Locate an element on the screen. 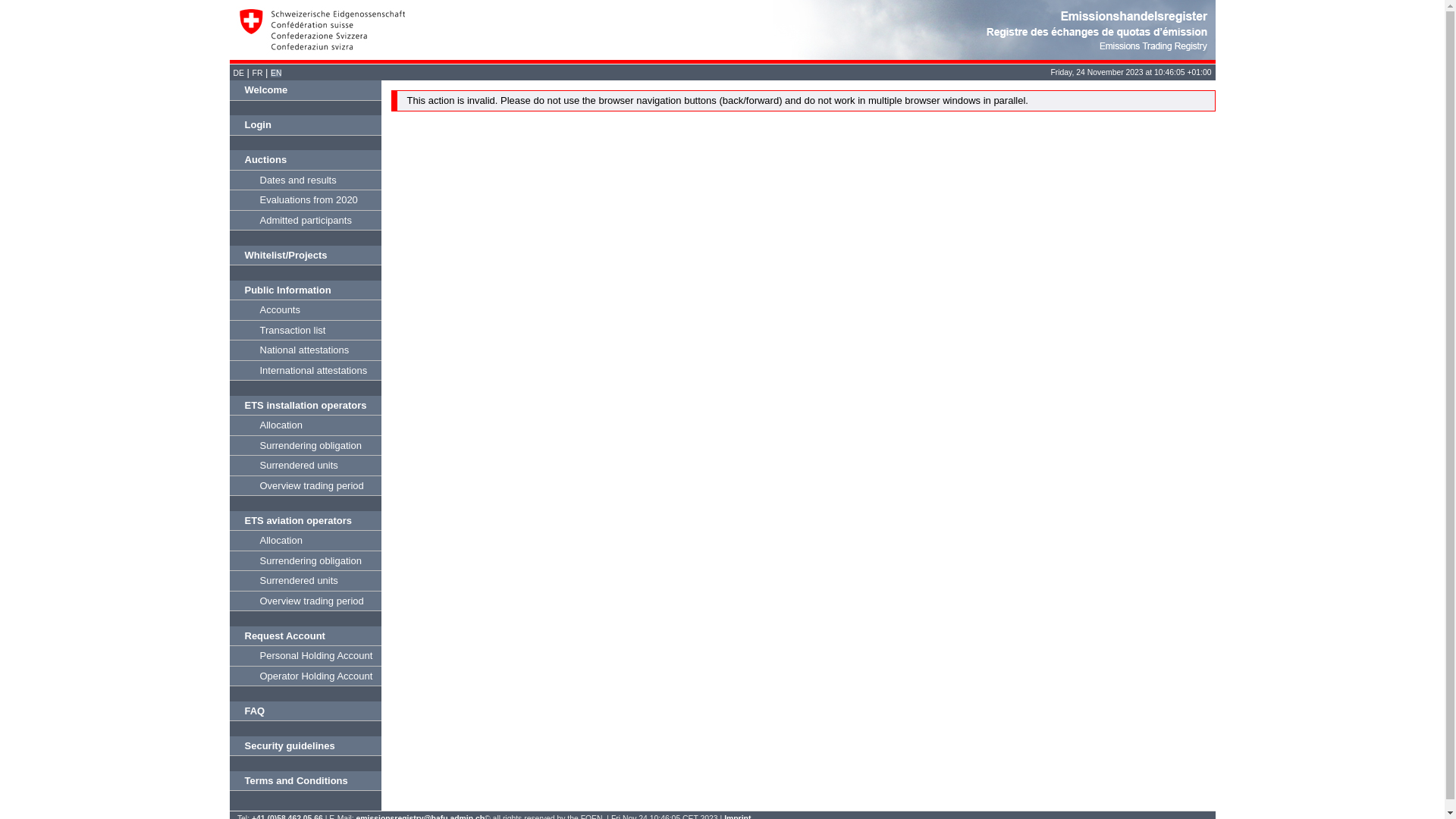 The height and width of the screenshot is (819, 1456). 'Overview trading period' is located at coordinates (304, 601).